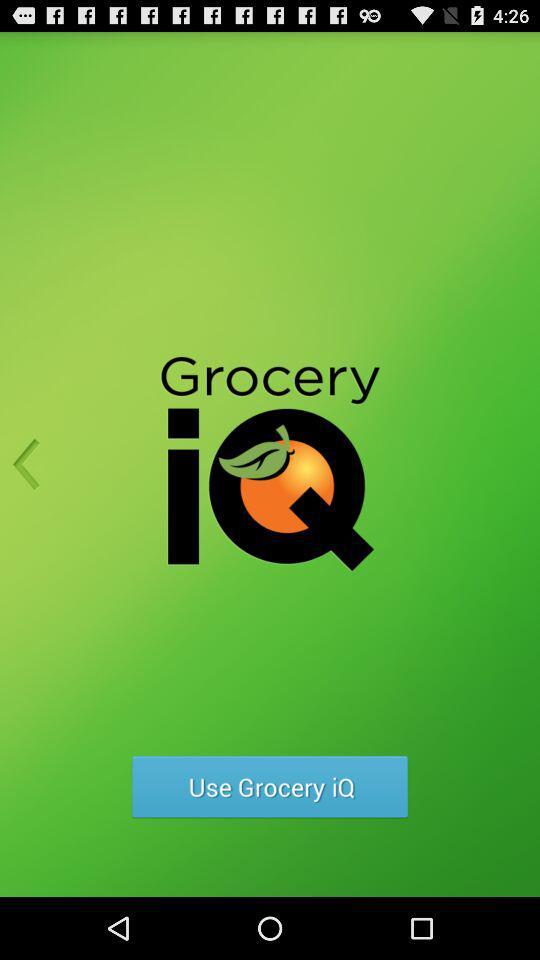 This screenshot has width=540, height=960. Describe the element at coordinates (31, 495) in the screenshot. I see `the arrow_backward icon` at that location.